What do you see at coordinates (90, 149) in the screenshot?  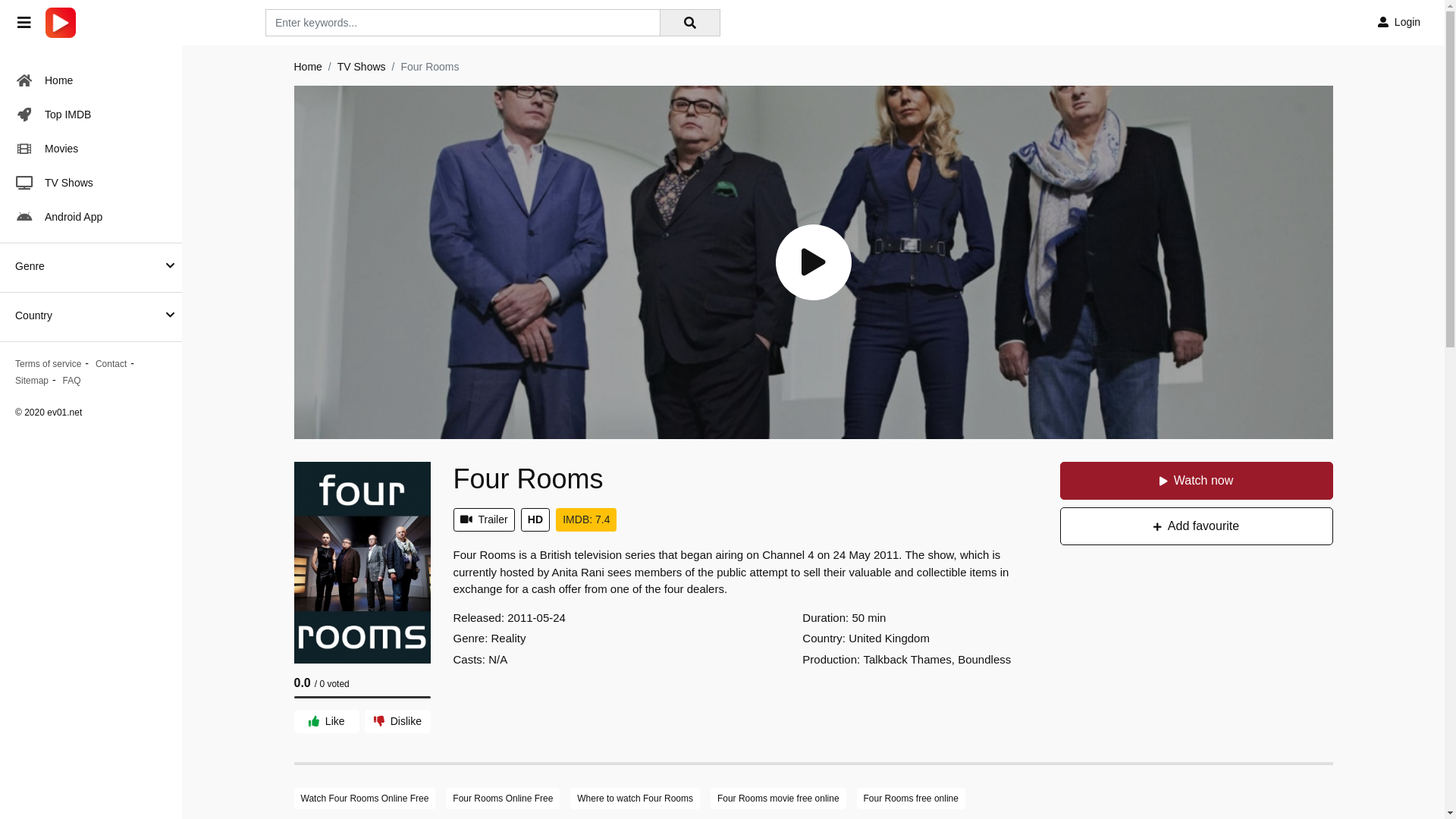 I see `'Movies'` at bounding box center [90, 149].